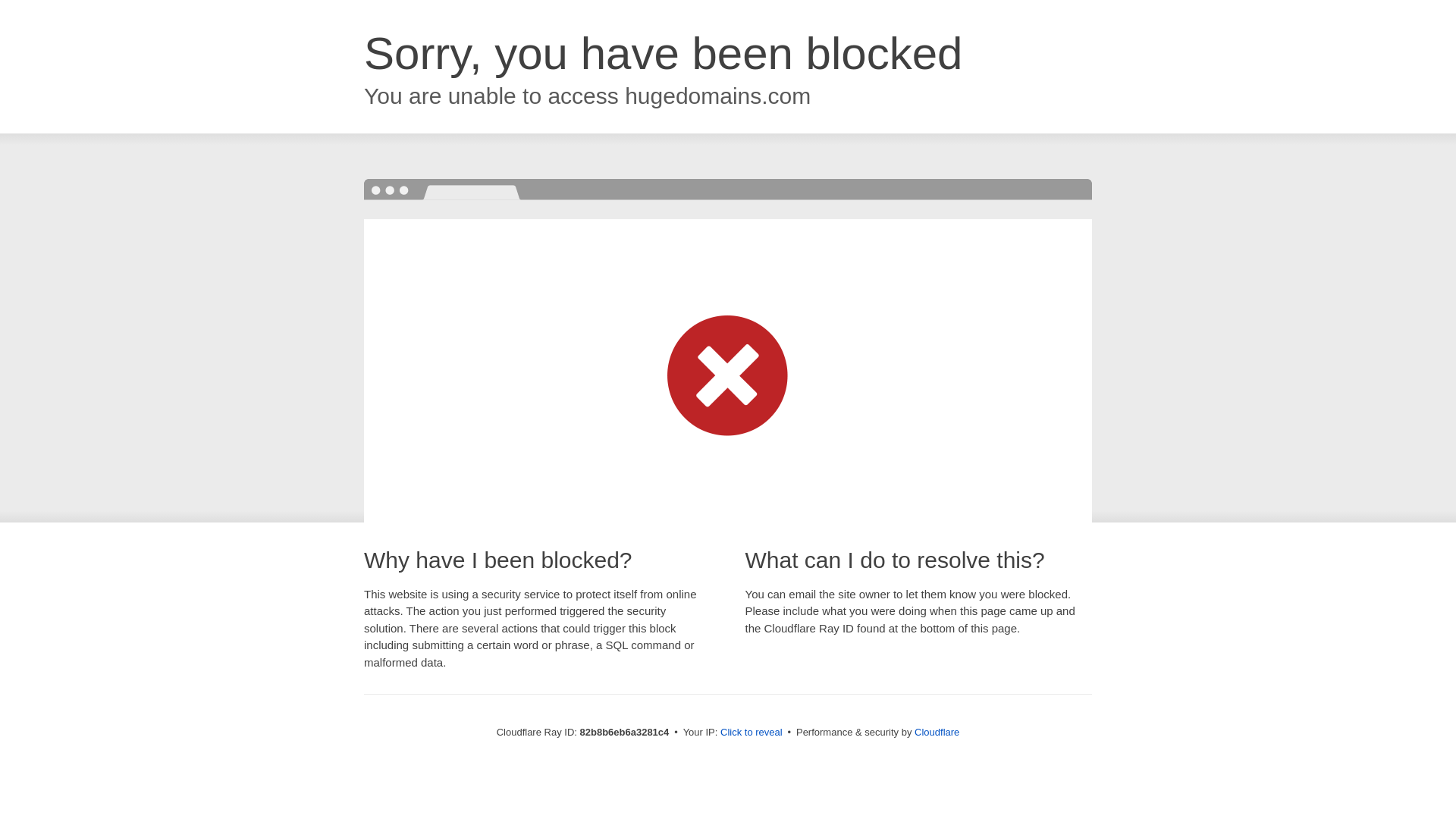  Describe the element at coordinates (913, 731) in the screenshot. I see `'Cloudflare'` at that location.